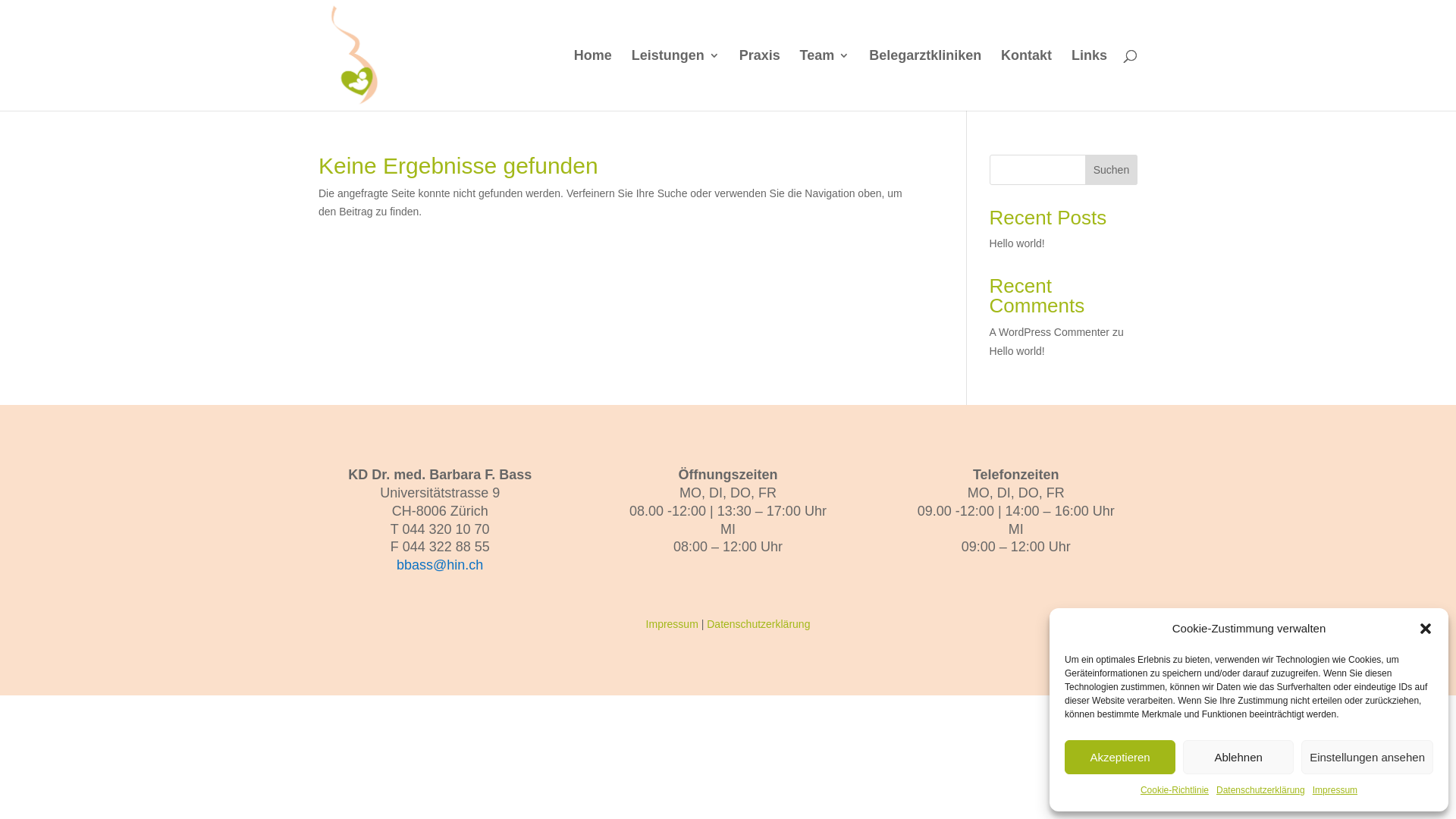 Image resolution: width=1456 pixels, height=819 pixels. I want to click on 'bbass@hin.ch', so click(397, 564).